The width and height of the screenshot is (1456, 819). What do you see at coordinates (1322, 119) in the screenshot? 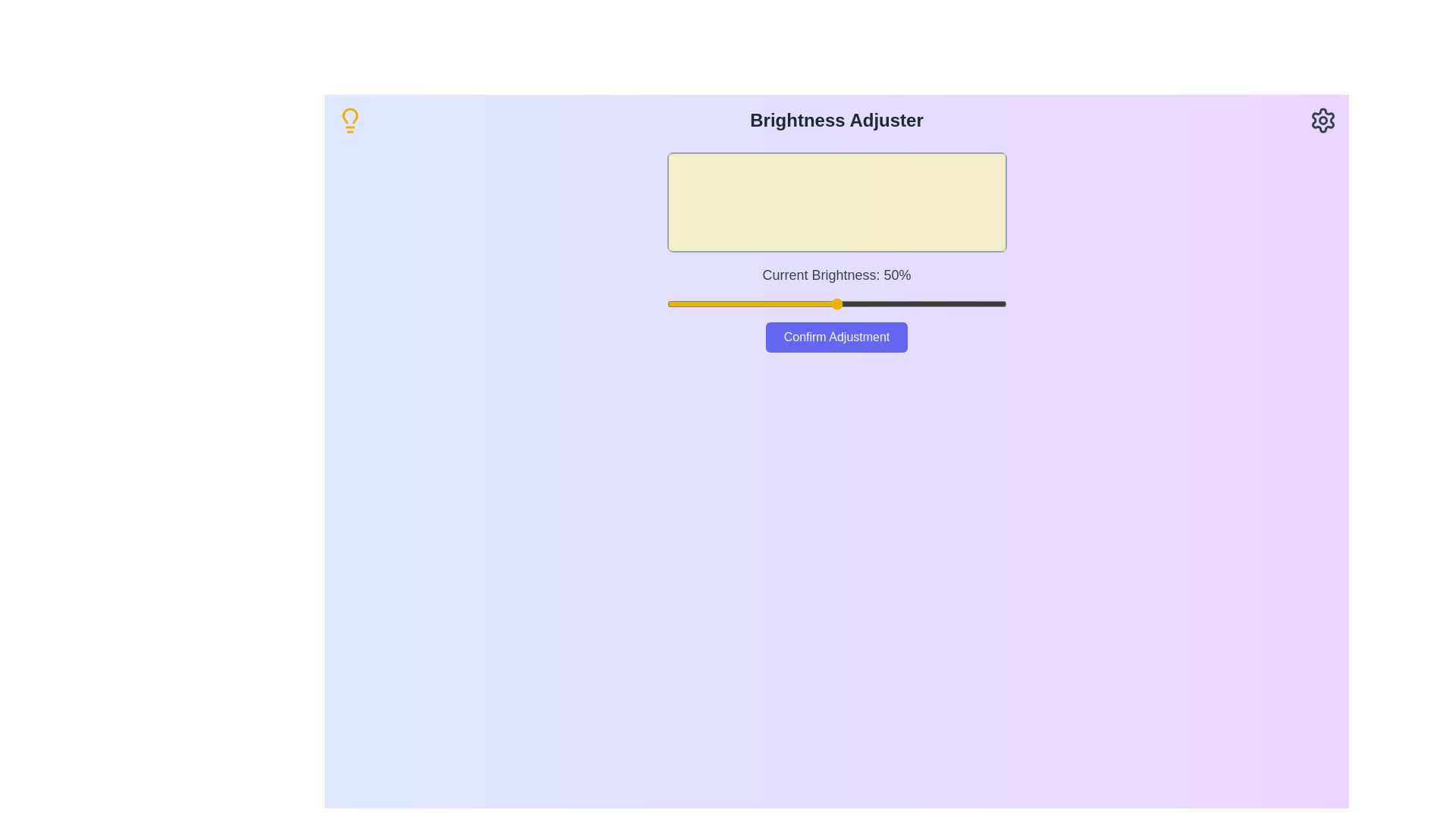
I see `the settings icon in the header` at bounding box center [1322, 119].